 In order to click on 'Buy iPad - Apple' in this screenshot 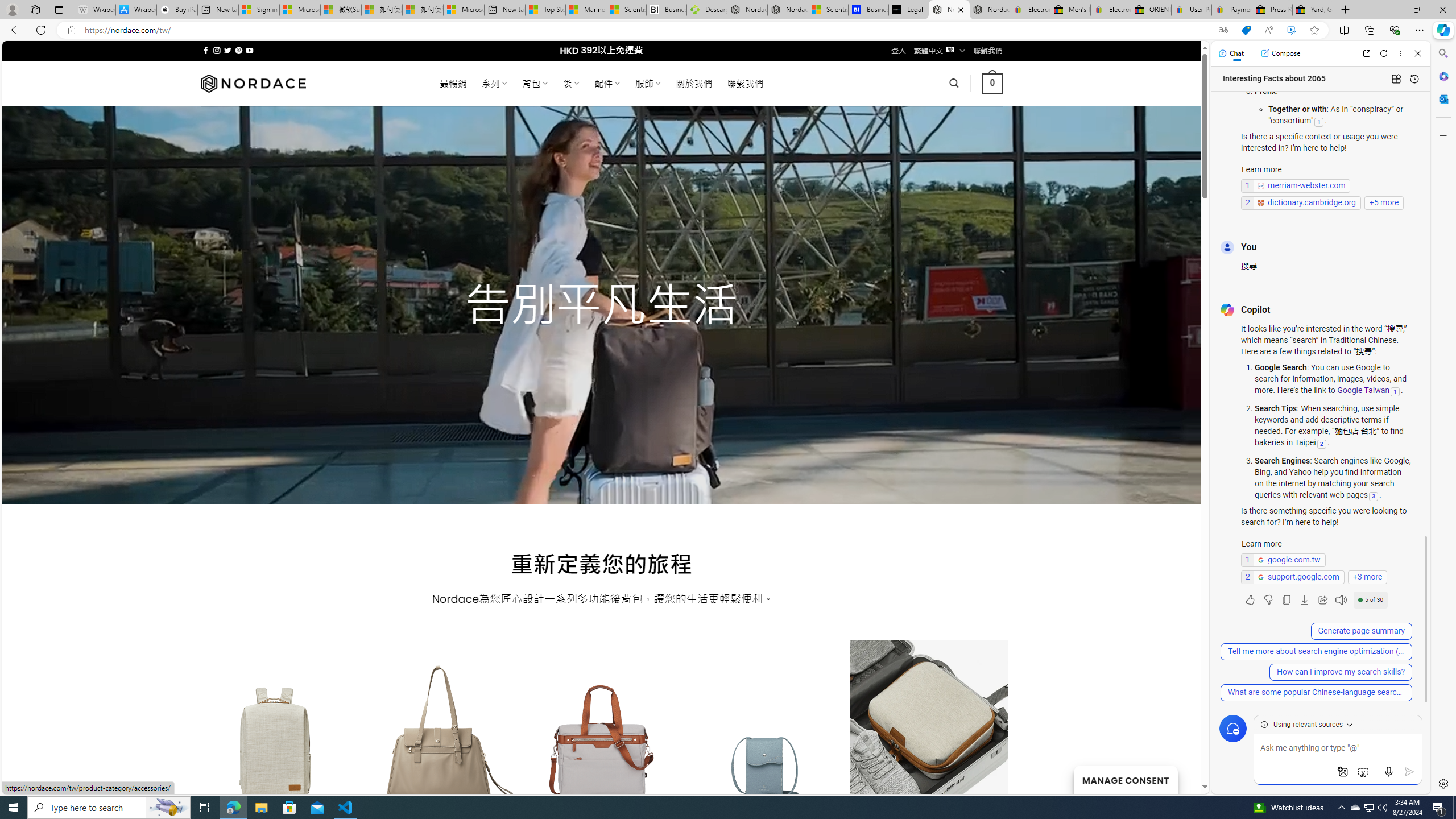, I will do `click(176, 9)`.